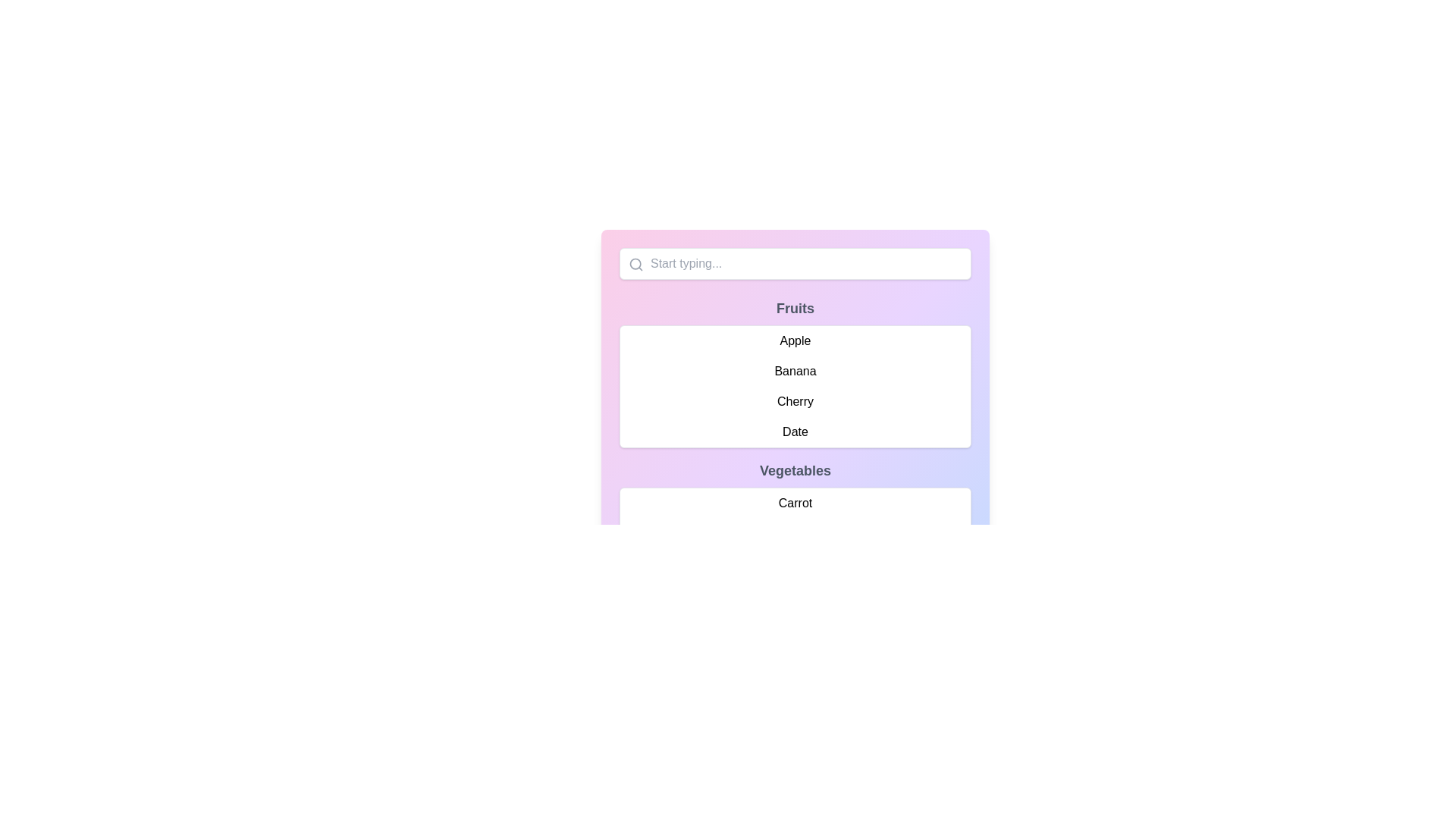  What do you see at coordinates (795, 400) in the screenshot?
I see `to select the 'Cherry' menu item, which is the third item in a vertical list of fruits displayed with a white background and changes to purple on hover` at bounding box center [795, 400].